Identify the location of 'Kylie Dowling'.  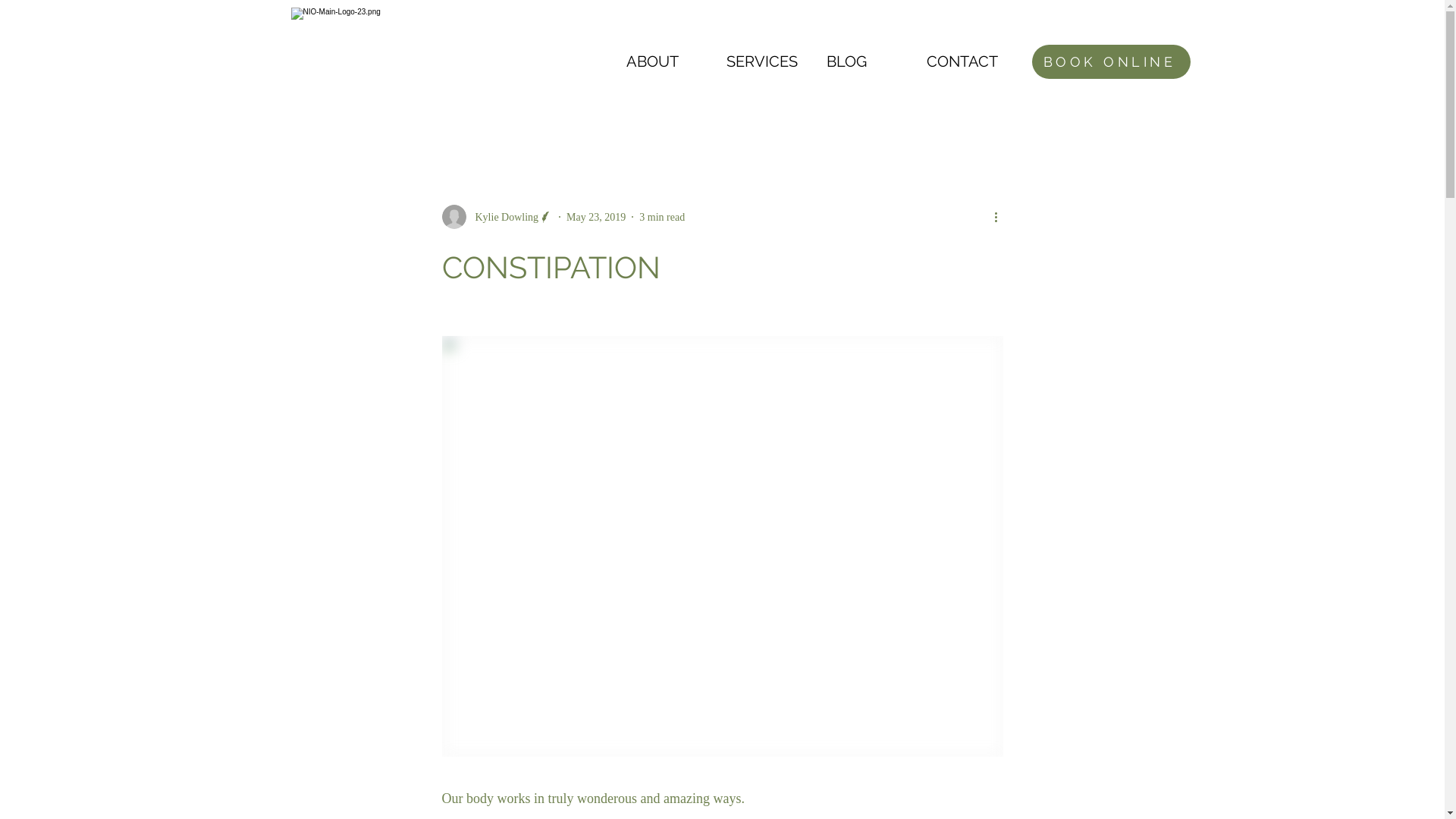
(497, 216).